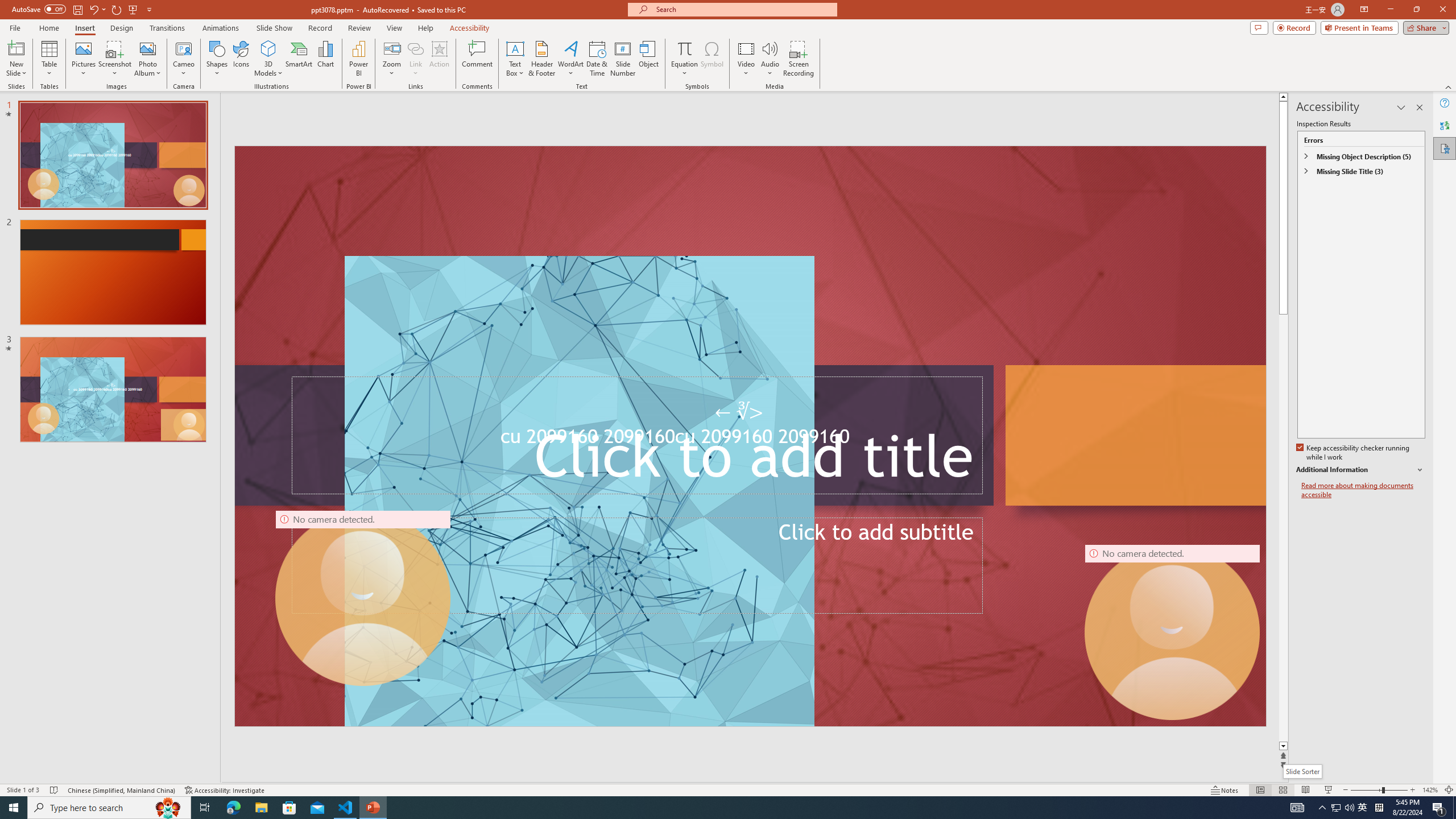  What do you see at coordinates (122, 28) in the screenshot?
I see `'Design'` at bounding box center [122, 28].